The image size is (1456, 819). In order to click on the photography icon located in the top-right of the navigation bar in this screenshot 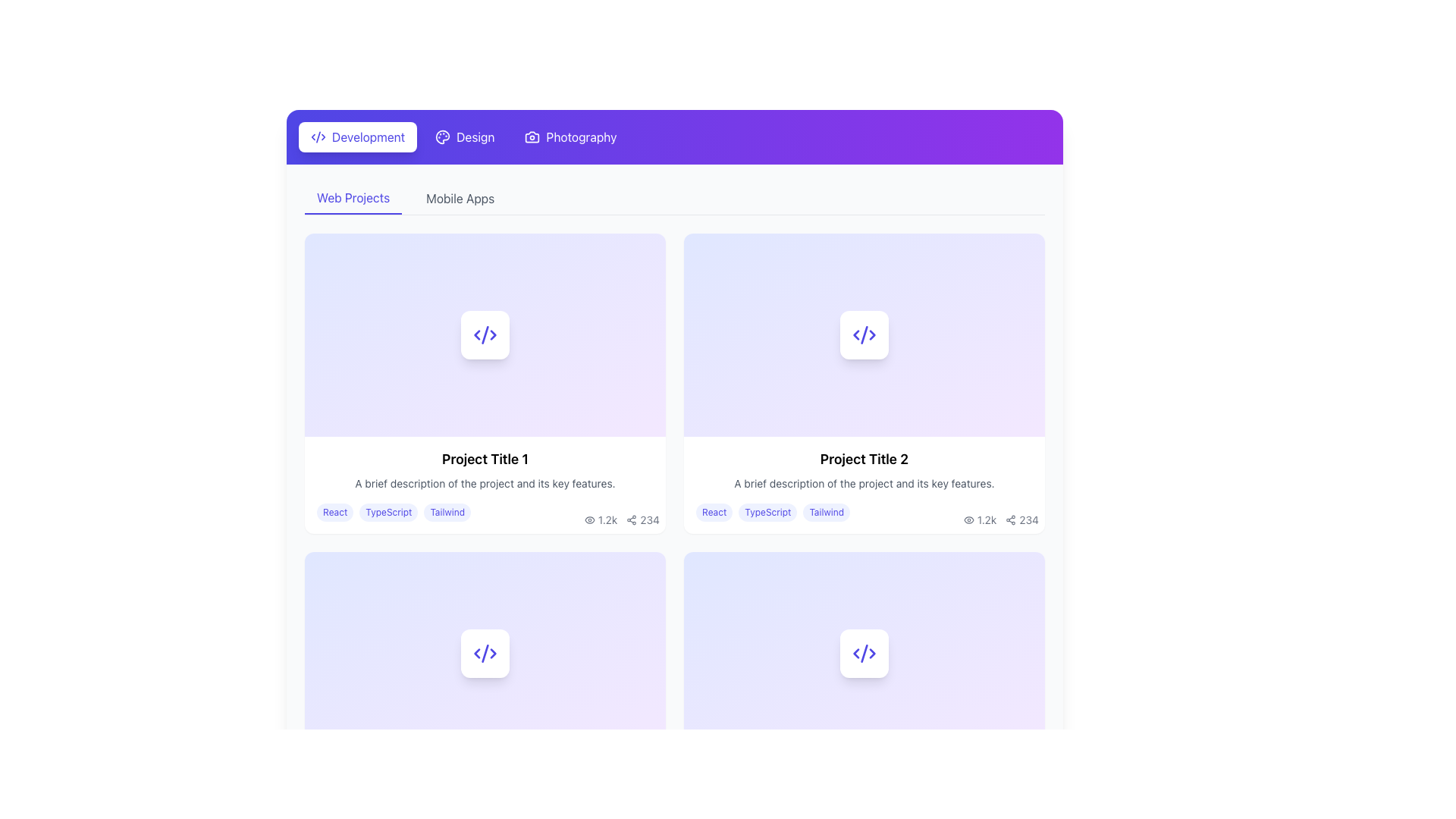, I will do `click(532, 137)`.